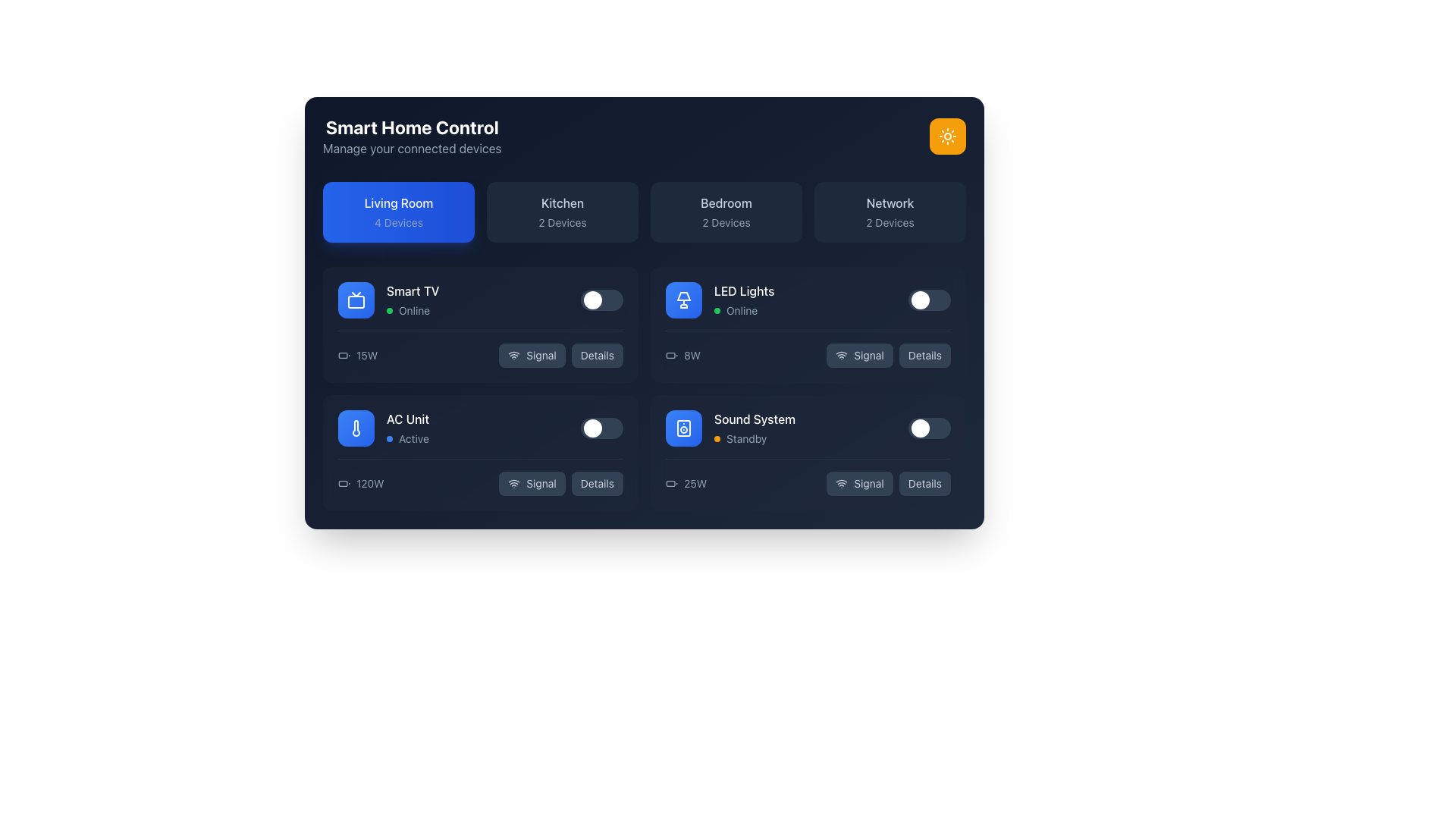 This screenshot has width=1456, height=819. What do you see at coordinates (479, 475) in the screenshot?
I see `the 'Signal' button located in the Information display row of the 'AC Unit' card, which is positioned in the lower part of the card displaying information about the air conditioning unit` at bounding box center [479, 475].